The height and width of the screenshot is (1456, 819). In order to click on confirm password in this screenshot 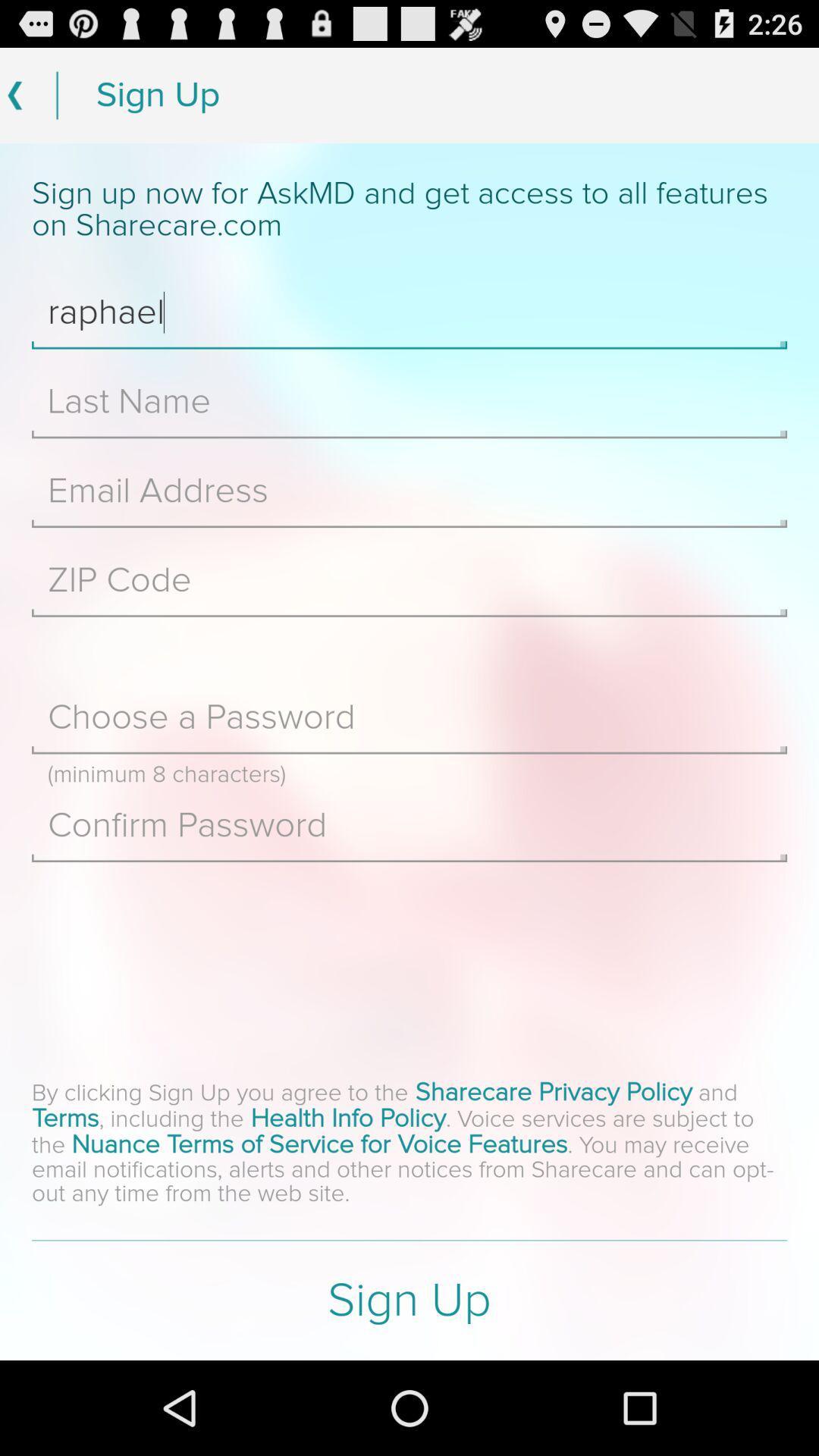, I will do `click(409, 824)`.